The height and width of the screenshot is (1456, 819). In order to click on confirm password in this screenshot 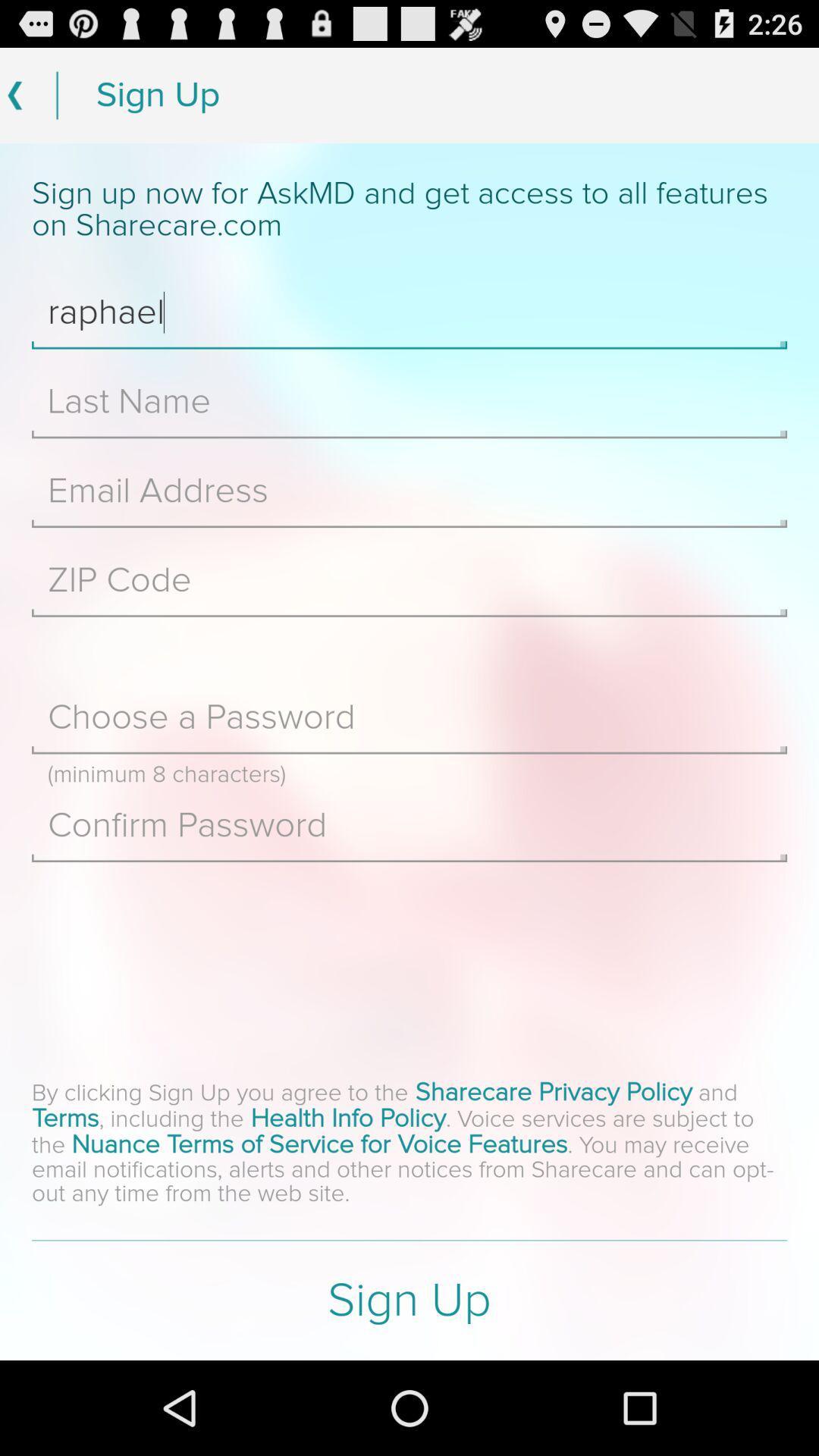, I will do `click(409, 824)`.